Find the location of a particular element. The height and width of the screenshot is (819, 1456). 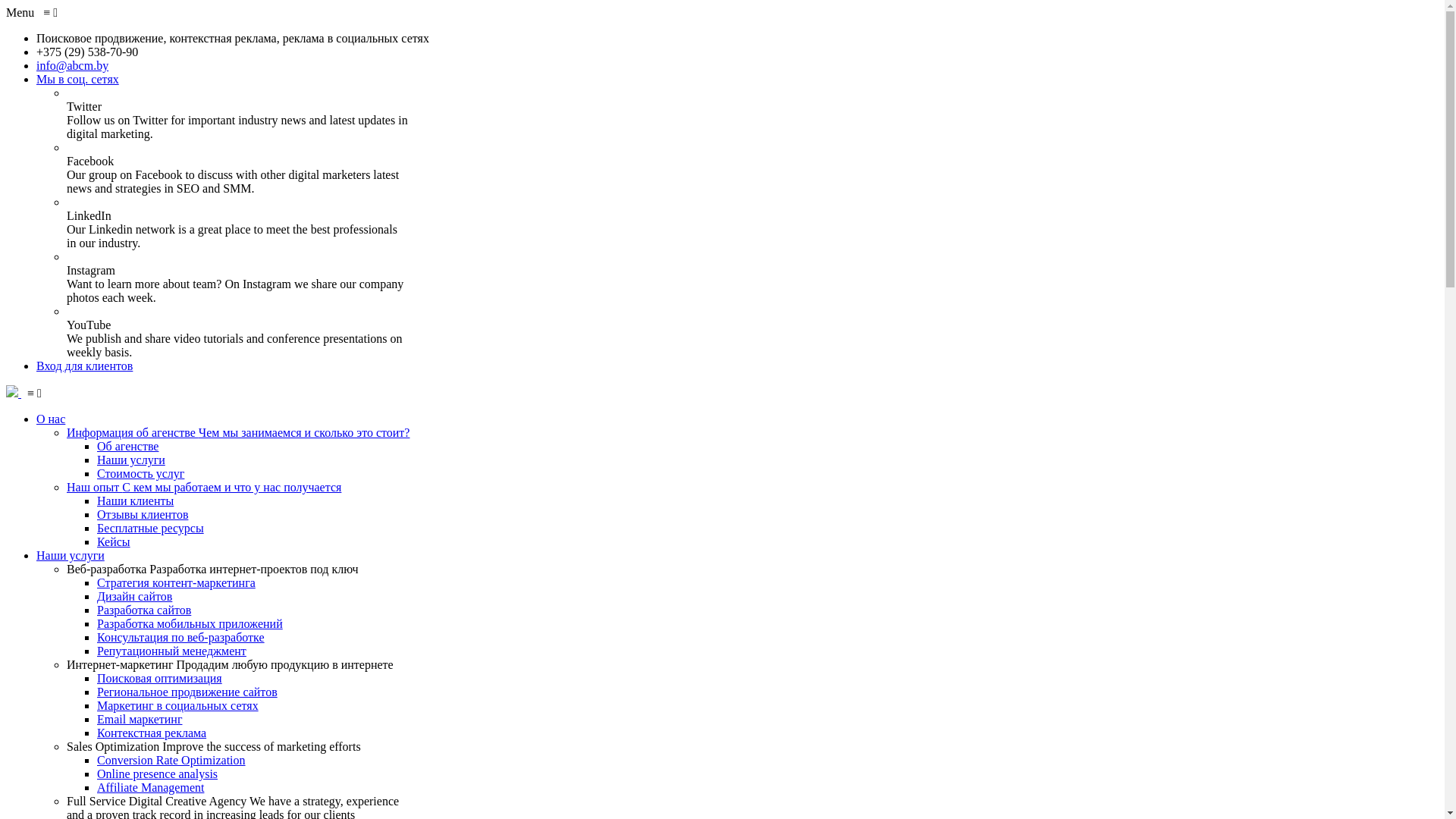

'Affiliate Management' is located at coordinates (150, 786).